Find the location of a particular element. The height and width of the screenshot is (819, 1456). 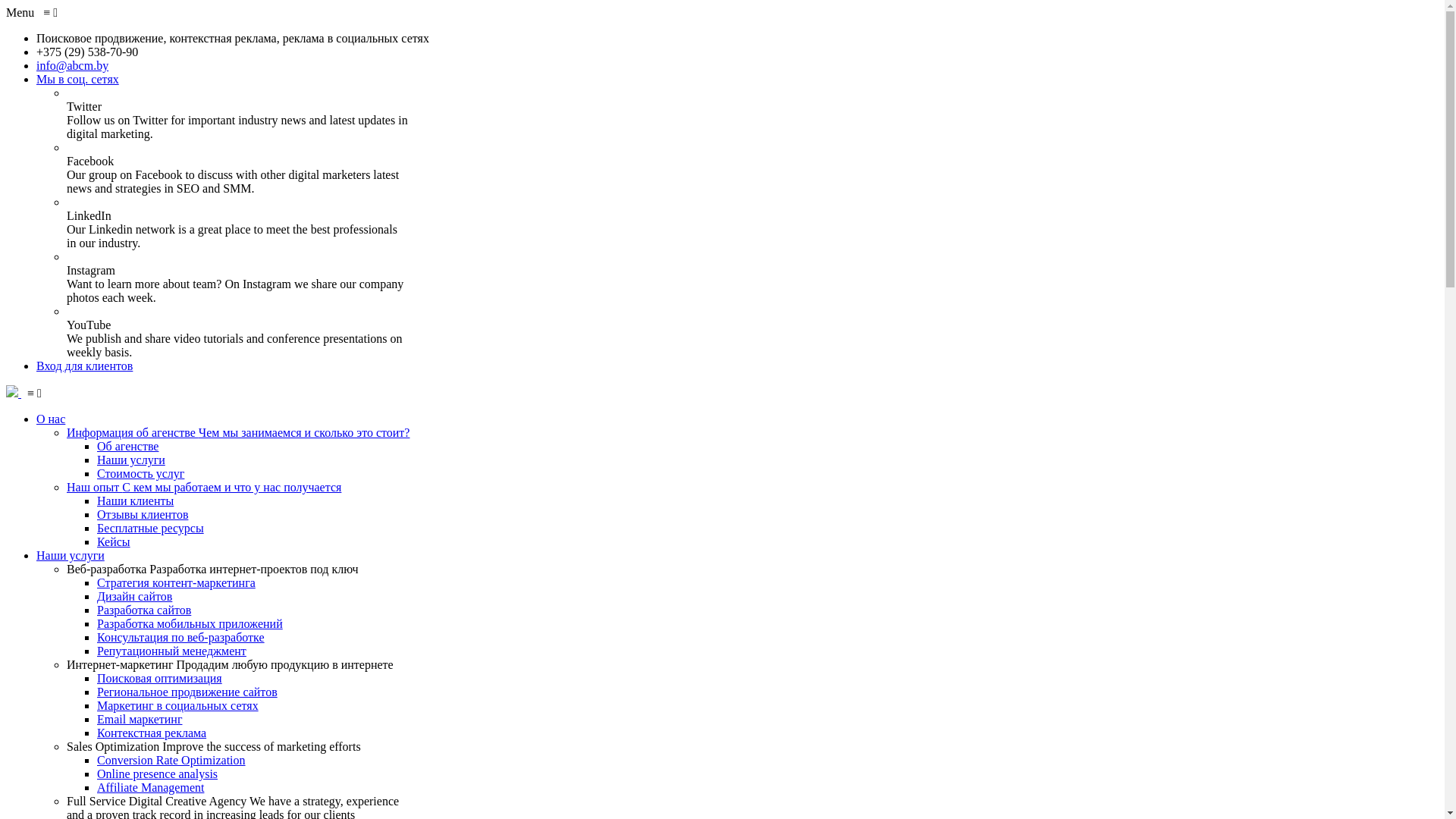

'Affiliate Management' is located at coordinates (150, 786).